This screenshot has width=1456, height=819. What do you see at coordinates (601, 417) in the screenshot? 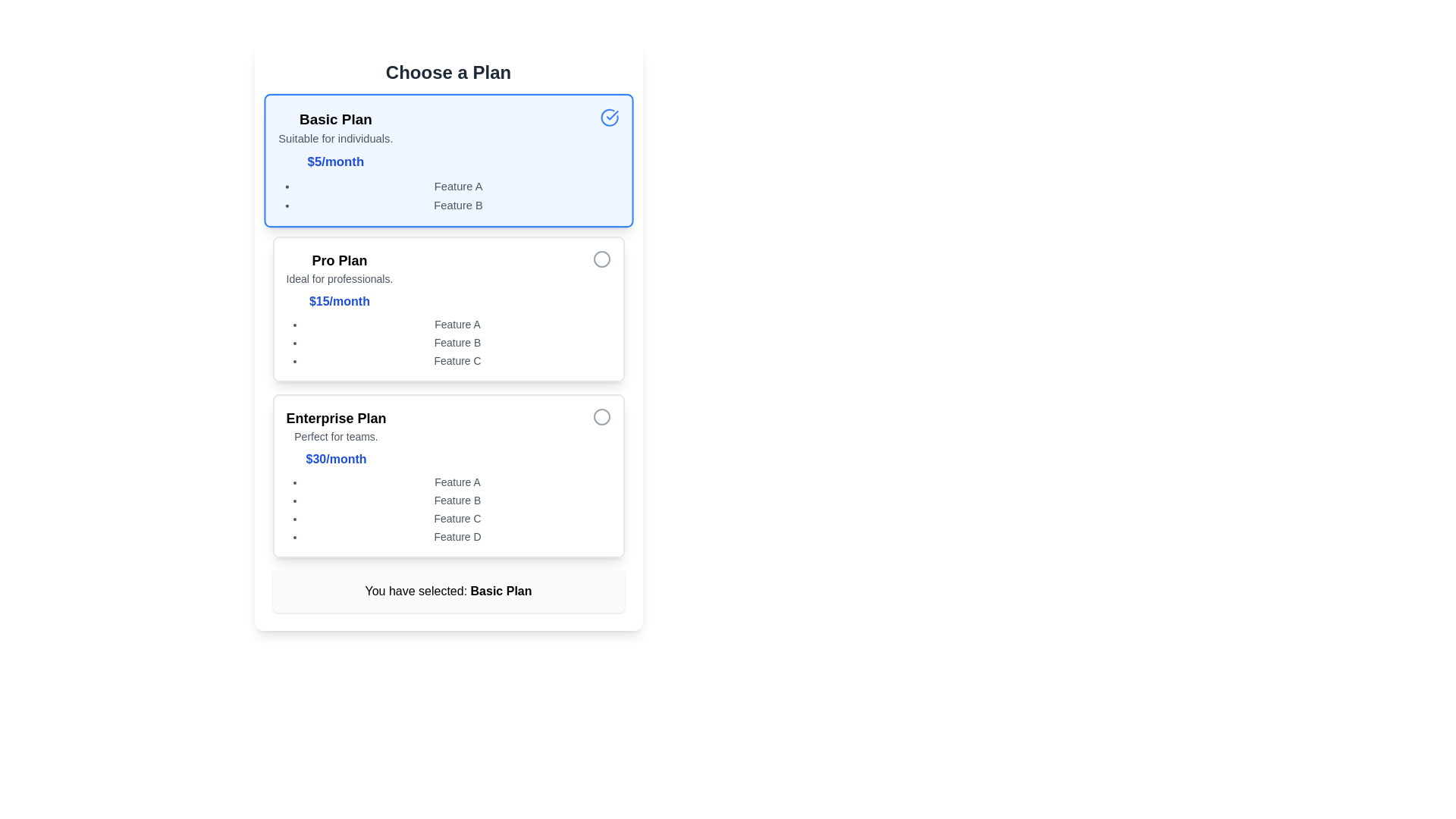
I see `the selectable icon located at the top-right corner of the 'Enterprise Plan' section` at bounding box center [601, 417].